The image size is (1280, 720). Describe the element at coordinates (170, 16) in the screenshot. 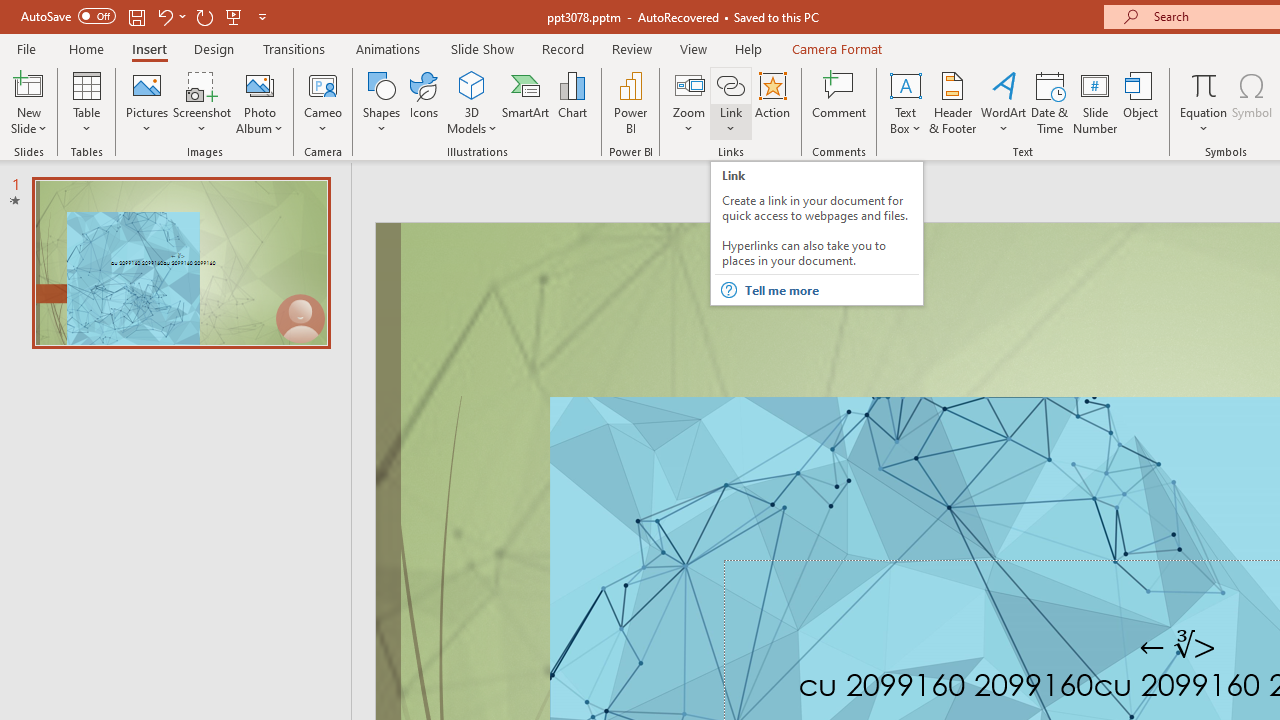

I see `'Undo'` at that location.